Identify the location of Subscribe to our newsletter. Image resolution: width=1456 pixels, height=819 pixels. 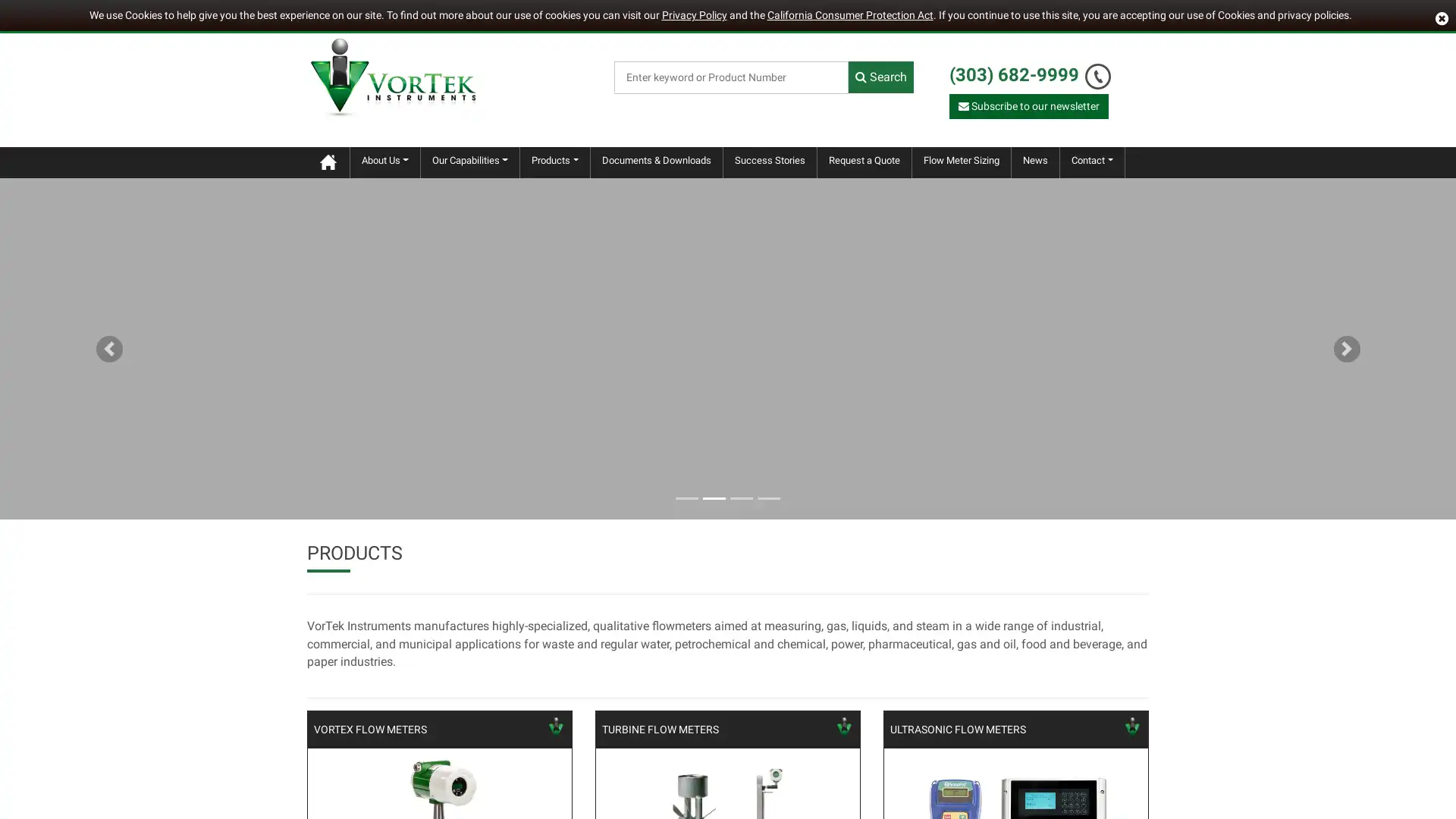
(1029, 75).